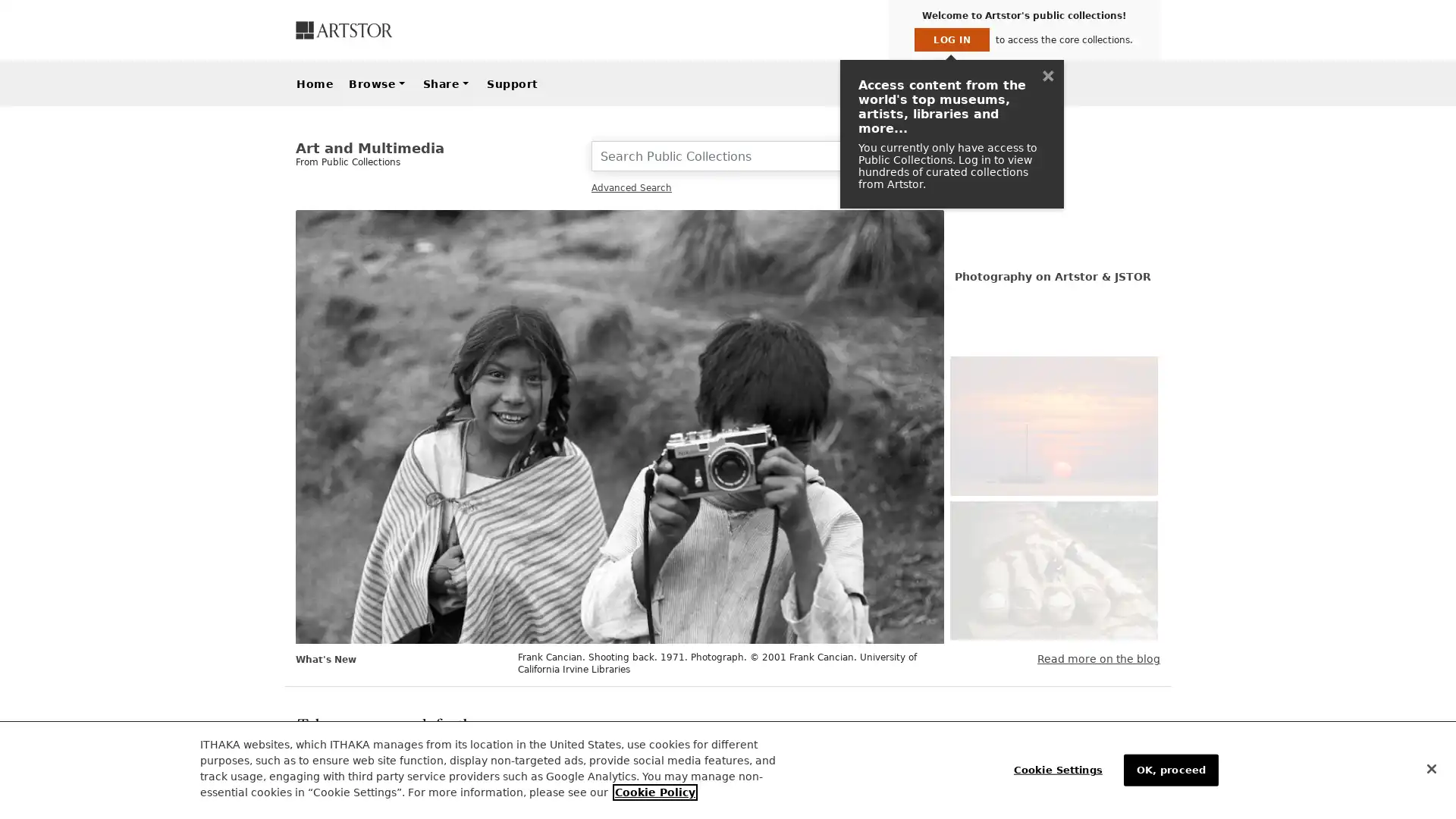 This screenshot has width=1456, height=819. I want to click on OK, proceed, so click(1169, 769).